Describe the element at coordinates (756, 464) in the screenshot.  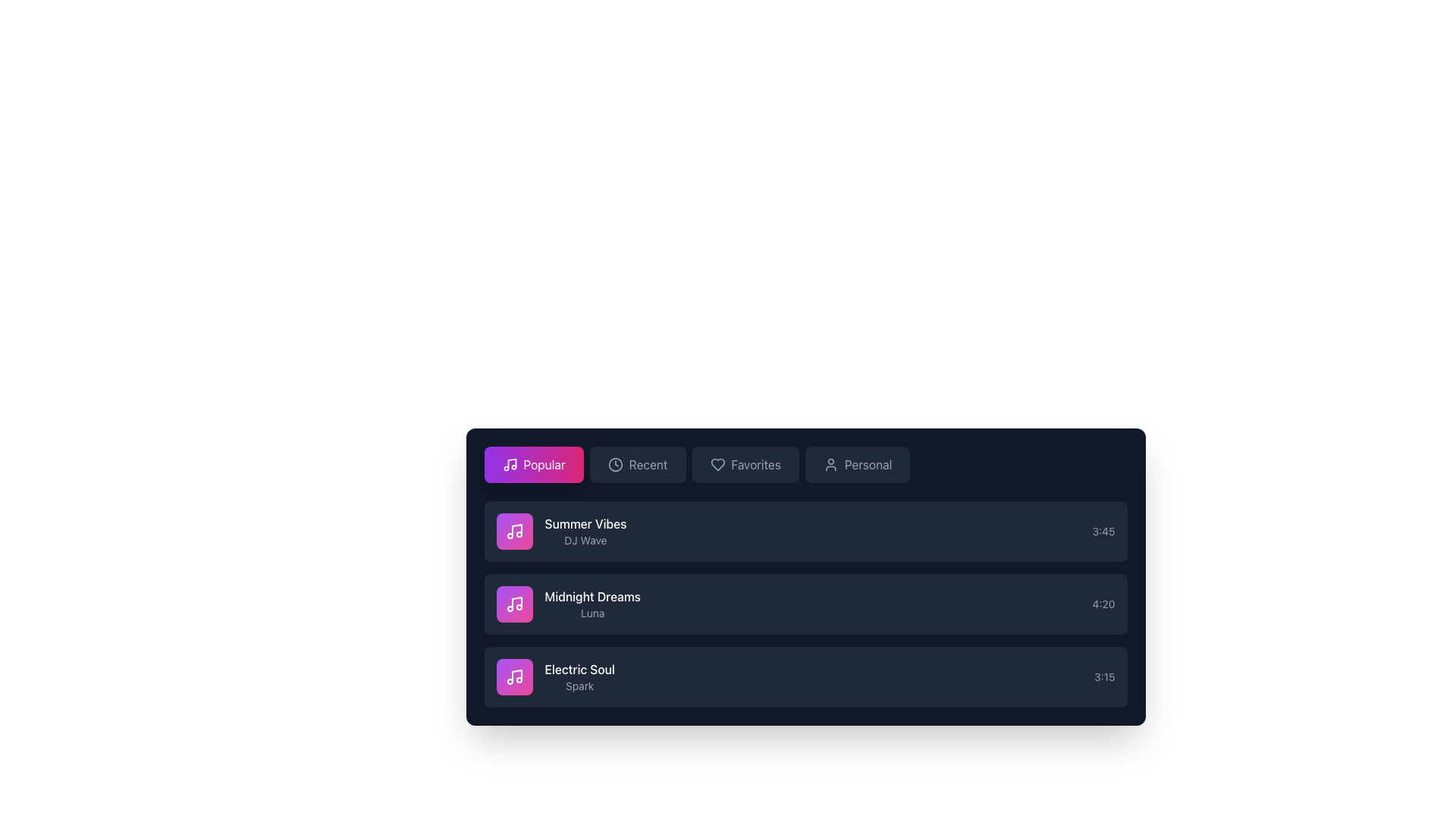
I see `the text label displaying 'Favorites', which is styled in light gray and located in the navigation bar next to a heart icon` at that location.